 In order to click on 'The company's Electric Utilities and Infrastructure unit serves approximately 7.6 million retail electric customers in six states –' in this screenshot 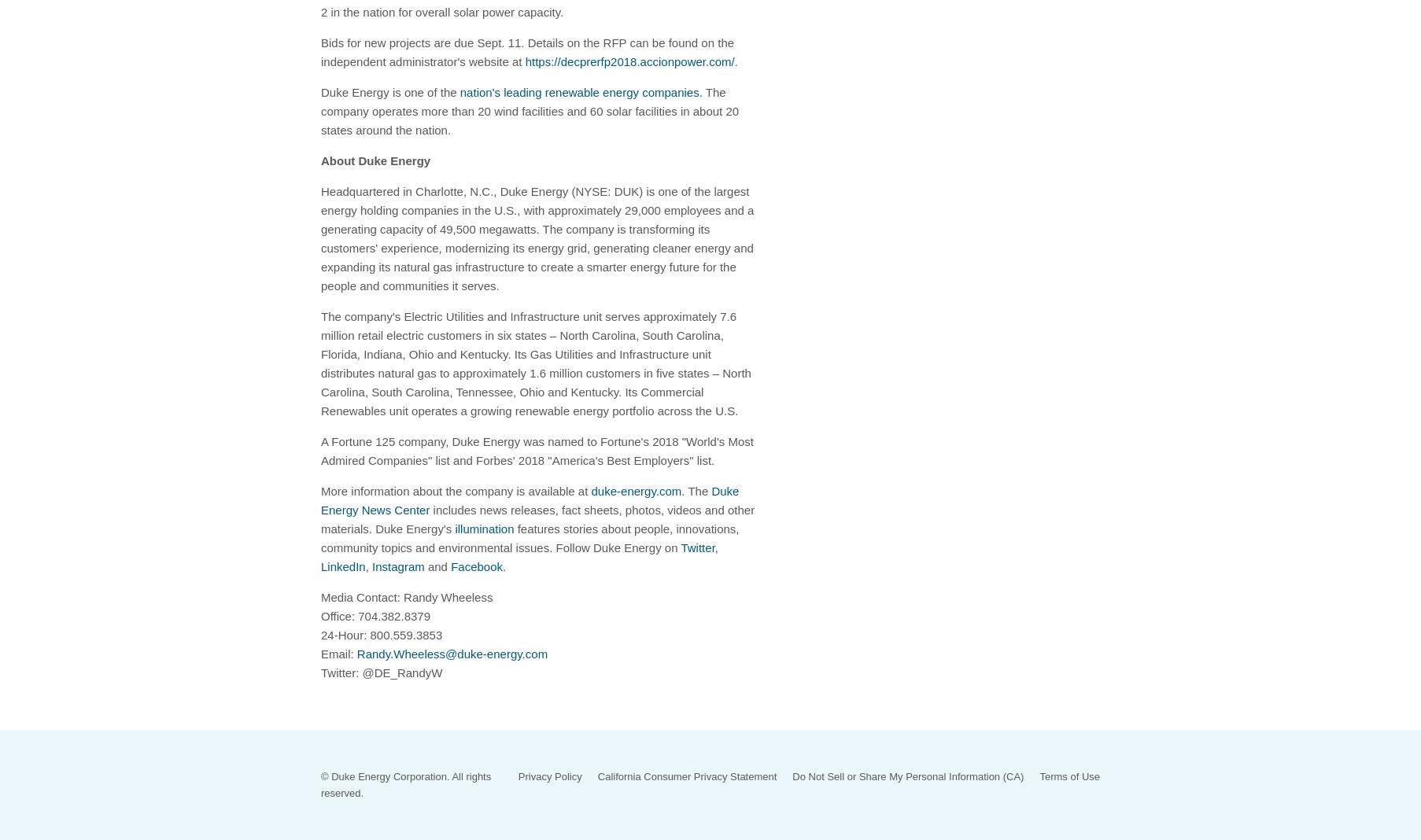, I will do `click(528, 325)`.